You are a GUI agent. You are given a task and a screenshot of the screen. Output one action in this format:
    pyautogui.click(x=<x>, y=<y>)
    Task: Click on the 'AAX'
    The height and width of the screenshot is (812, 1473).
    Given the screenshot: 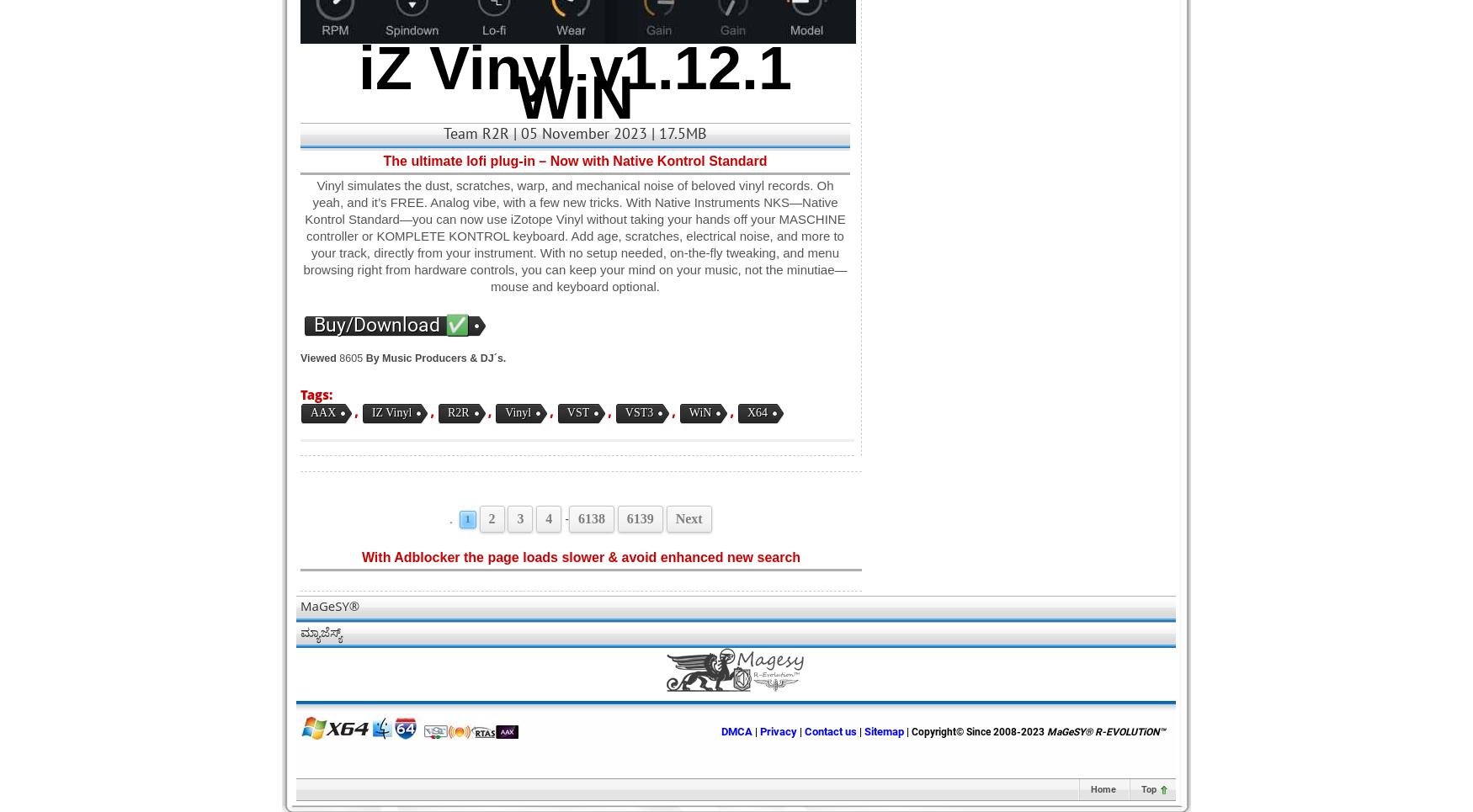 What is the action you would take?
    pyautogui.click(x=322, y=412)
    